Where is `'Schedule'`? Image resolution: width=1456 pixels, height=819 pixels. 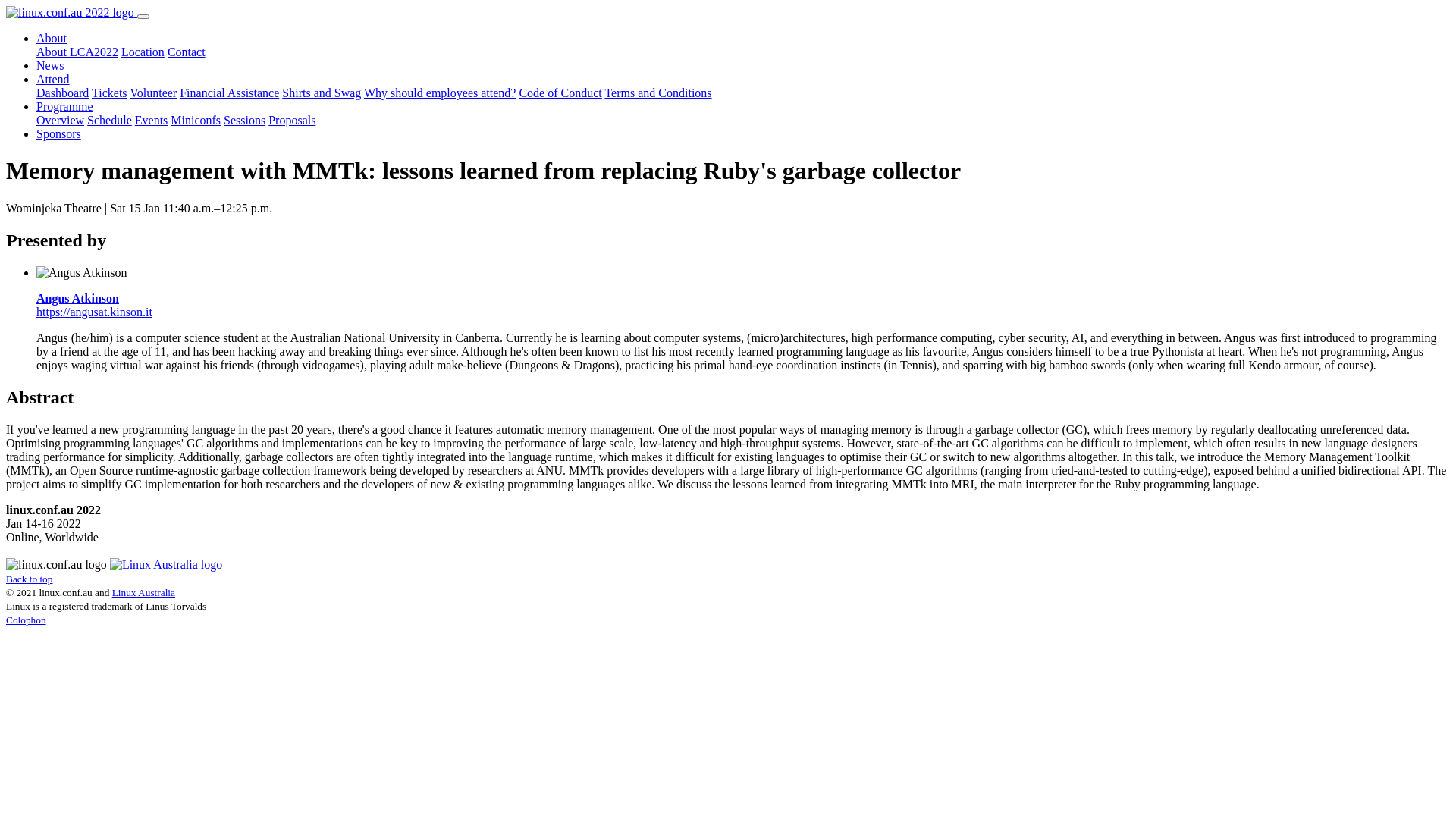
'Schedule' is located at coordinates (86, 119).